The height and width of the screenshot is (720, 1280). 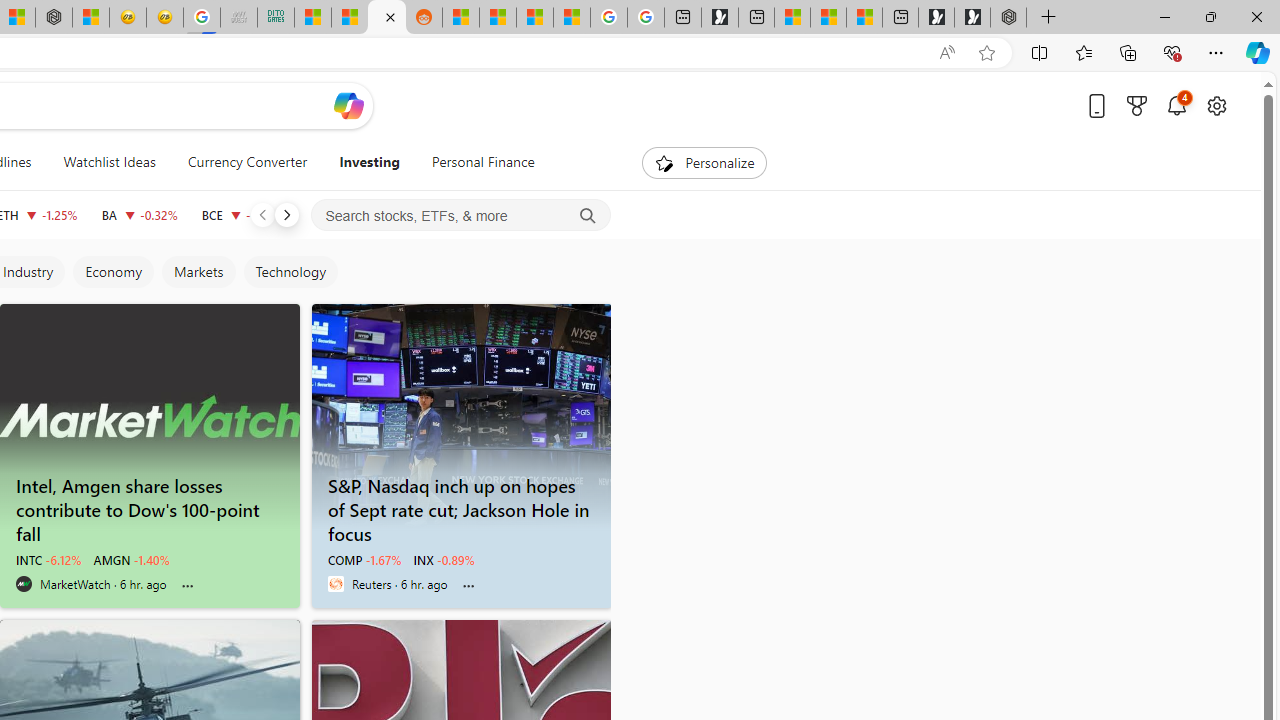 I want to click on 'Nordace - #1 Japanese Best-Seller - Siena Smart Backpack', so click(x=53, y=17).